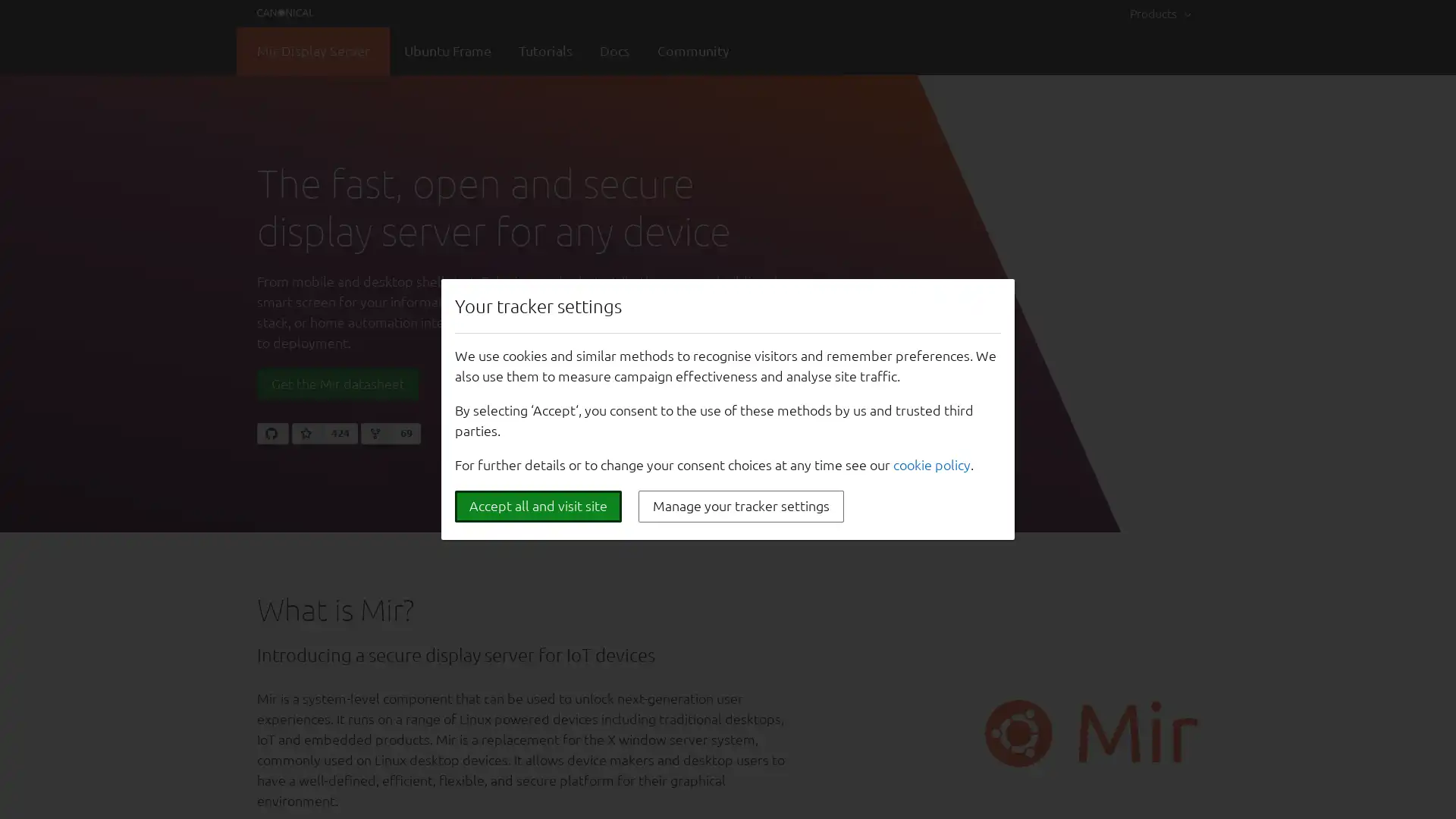 This screenshot has width=1456, height=819. What do you see at coordinates (538, 506) in the screenshot?
I see `Accept all and visit site` at bounding box center [538, 506].